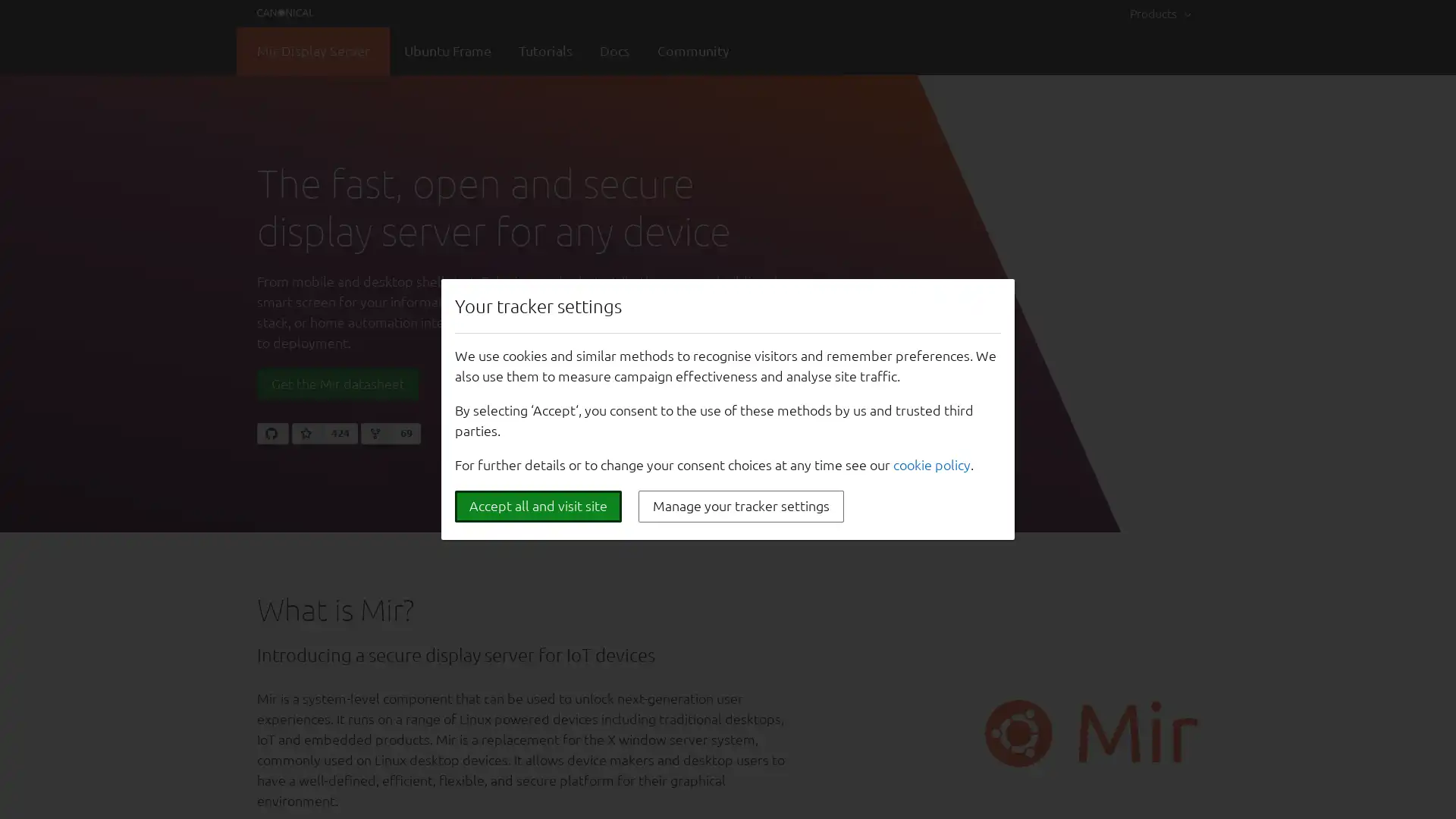 This screenshot has width=1456, height=819. What do you see at coordinates (538, 506) in the screenshot?
I see `Accept all and visit site` at bounding box center [538, 506].